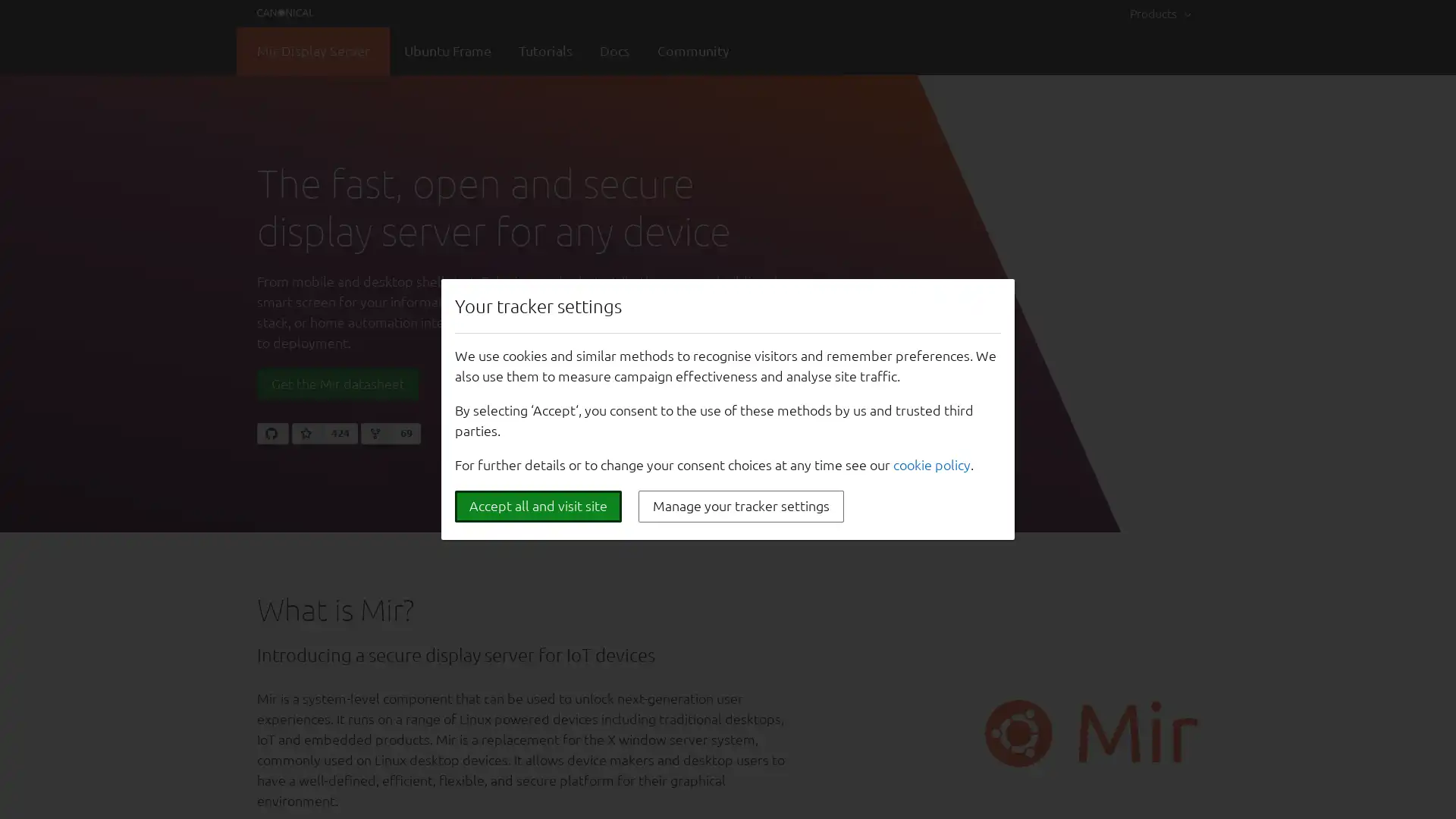 This screenshot has width=1456, height=819. What do you see at coordinates (538, 506) in the screenshot?
I see `Accept all and visit site` at bounding box center [538, 506].